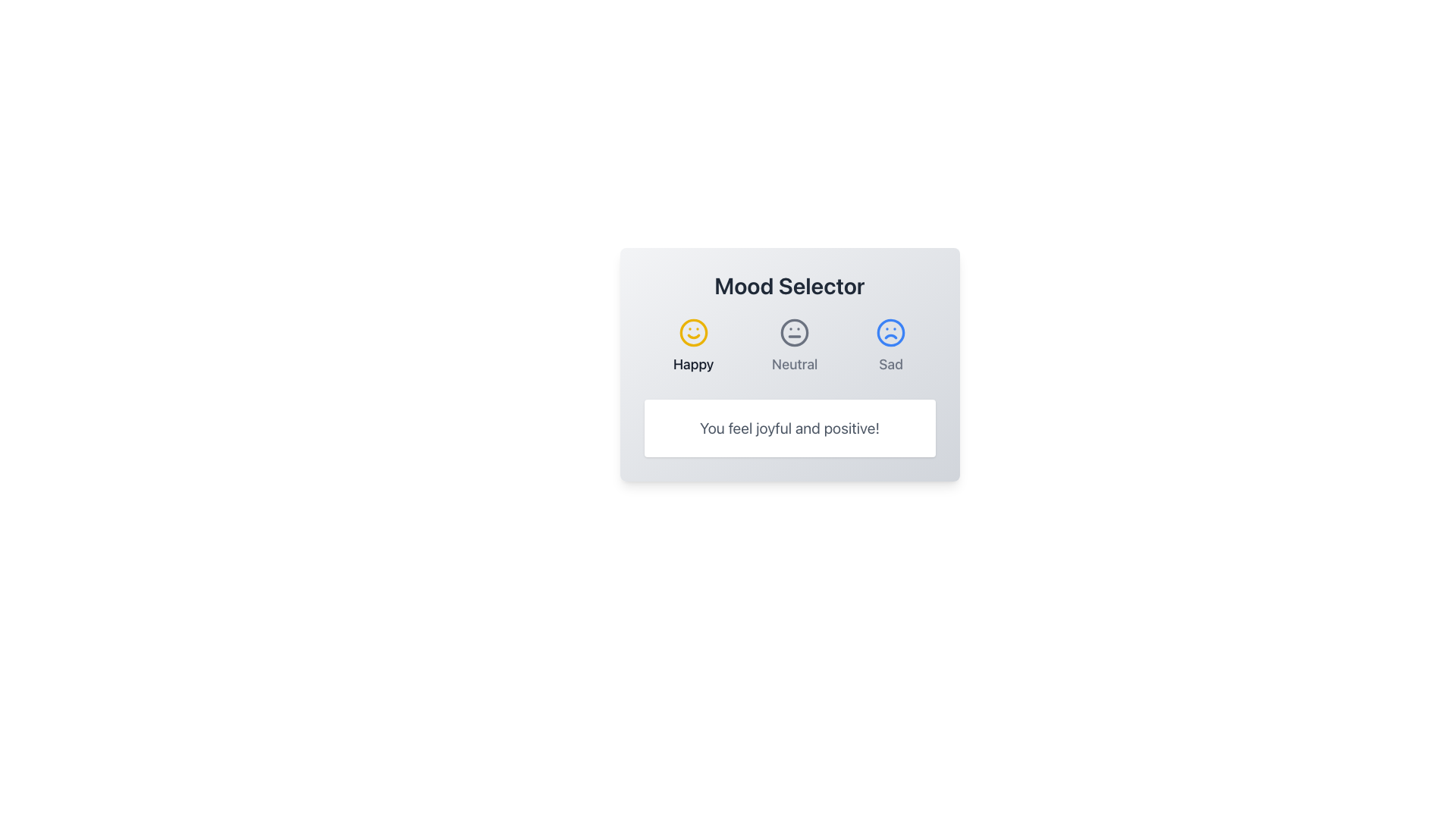 This screenshot has width=1456, height=819. What do you see at coordinates (794, 332) in the screenshot?
I see `the 'Neutral' mood icon located centrally in the row of three mood icons` at bounding box center [794, 332].